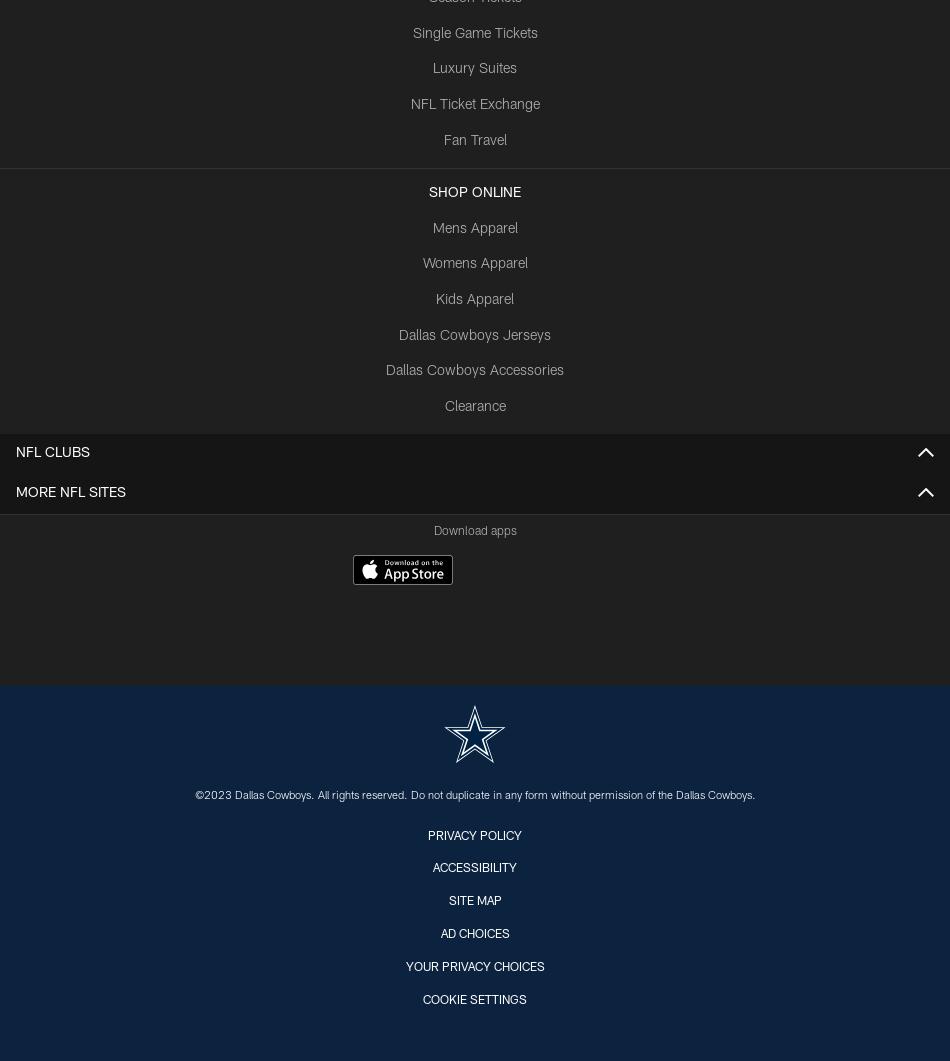  What do you see at coordinates (473, 105) in the screenshot?
I see `'NFL Ticket Exchange'` at bounding box center [473, 105].